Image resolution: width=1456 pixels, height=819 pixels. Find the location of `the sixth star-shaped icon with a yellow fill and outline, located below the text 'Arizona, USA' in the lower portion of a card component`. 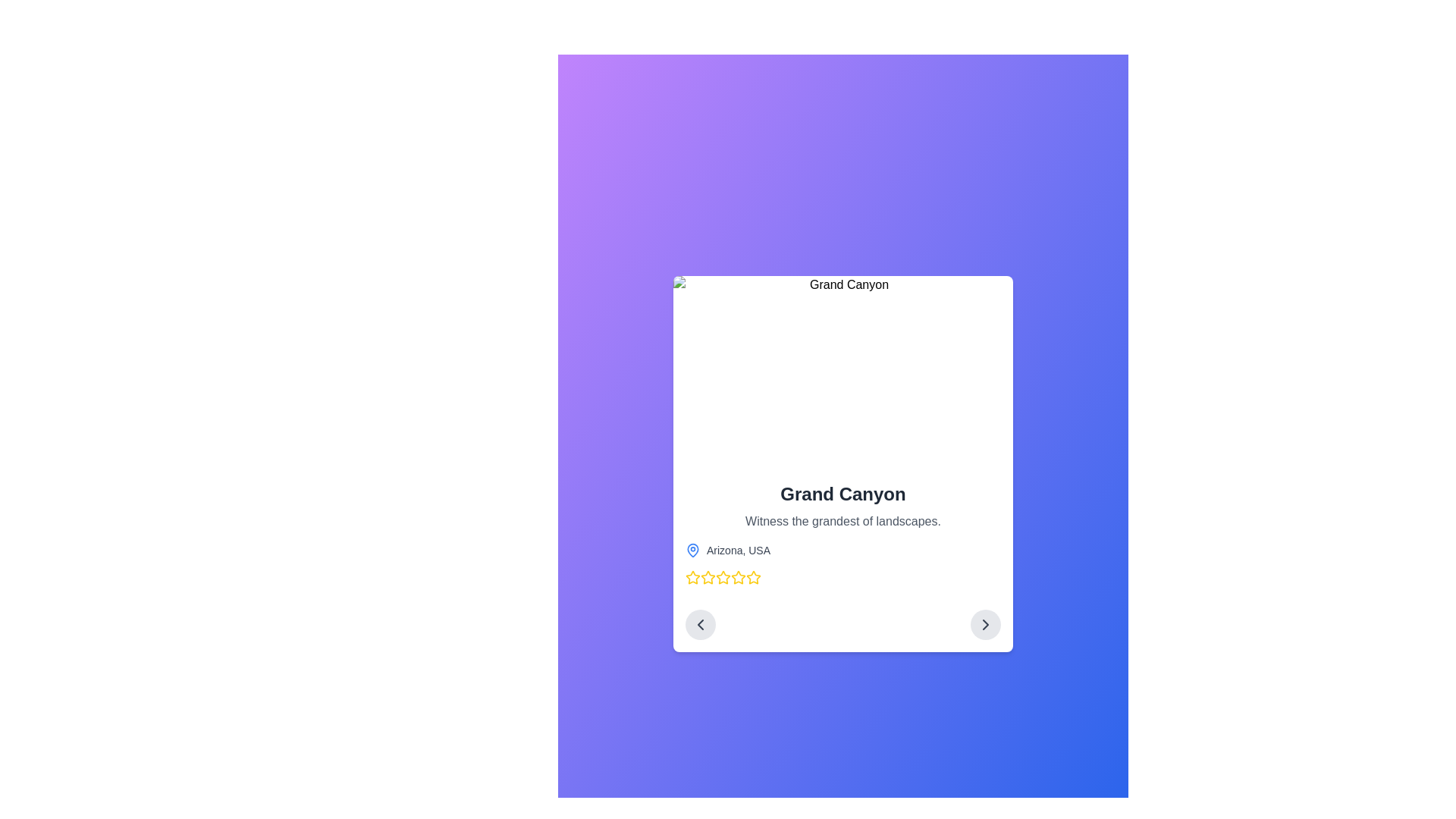

the sixth star-shaped icon with a yellow fill and outline, located below the text 'Arizona, USA' in the lower portion of a card component is located at coordinates (739, 578).